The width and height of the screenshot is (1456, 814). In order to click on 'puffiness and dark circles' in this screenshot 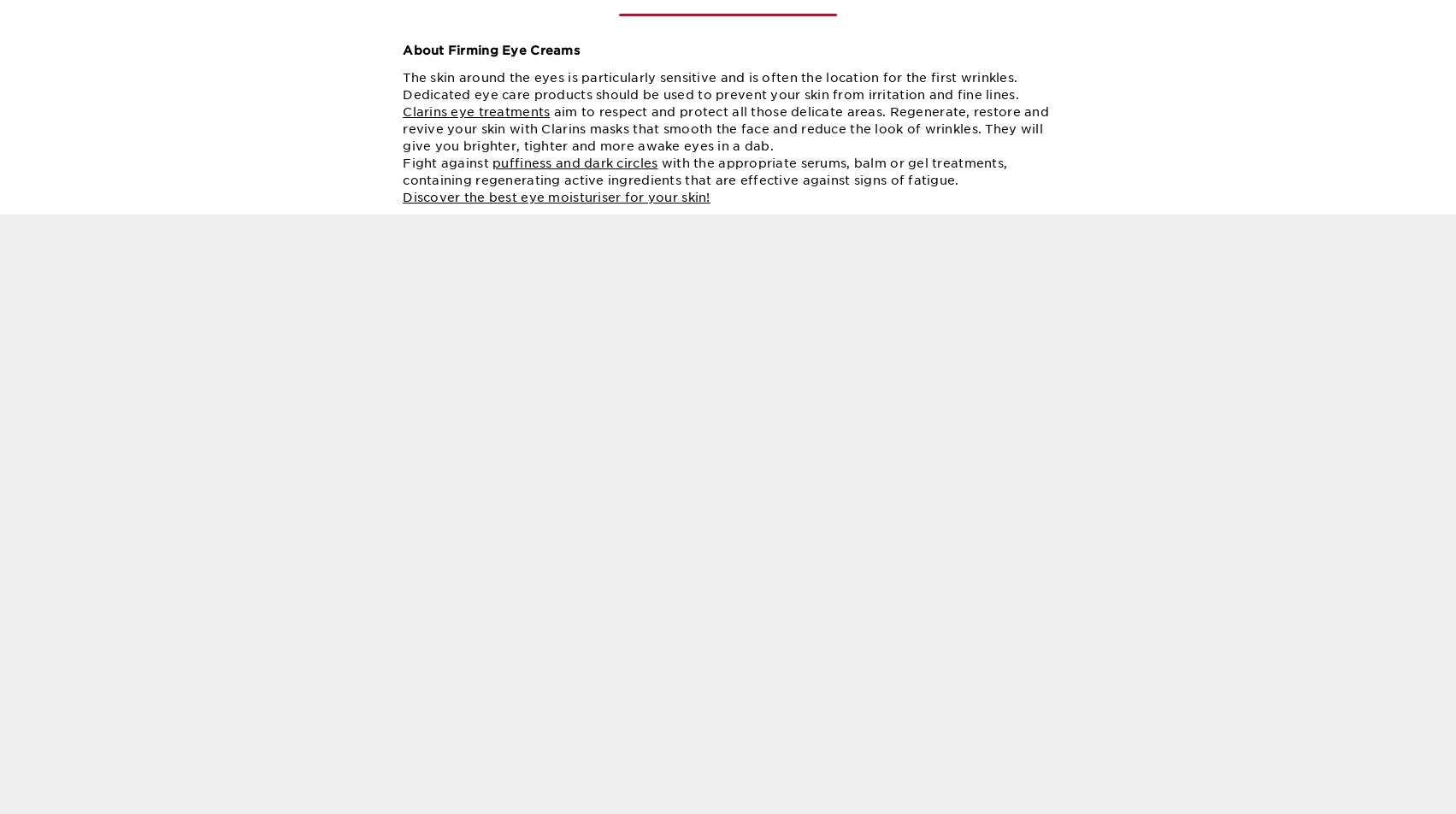, I will do `click(491, 181)`.